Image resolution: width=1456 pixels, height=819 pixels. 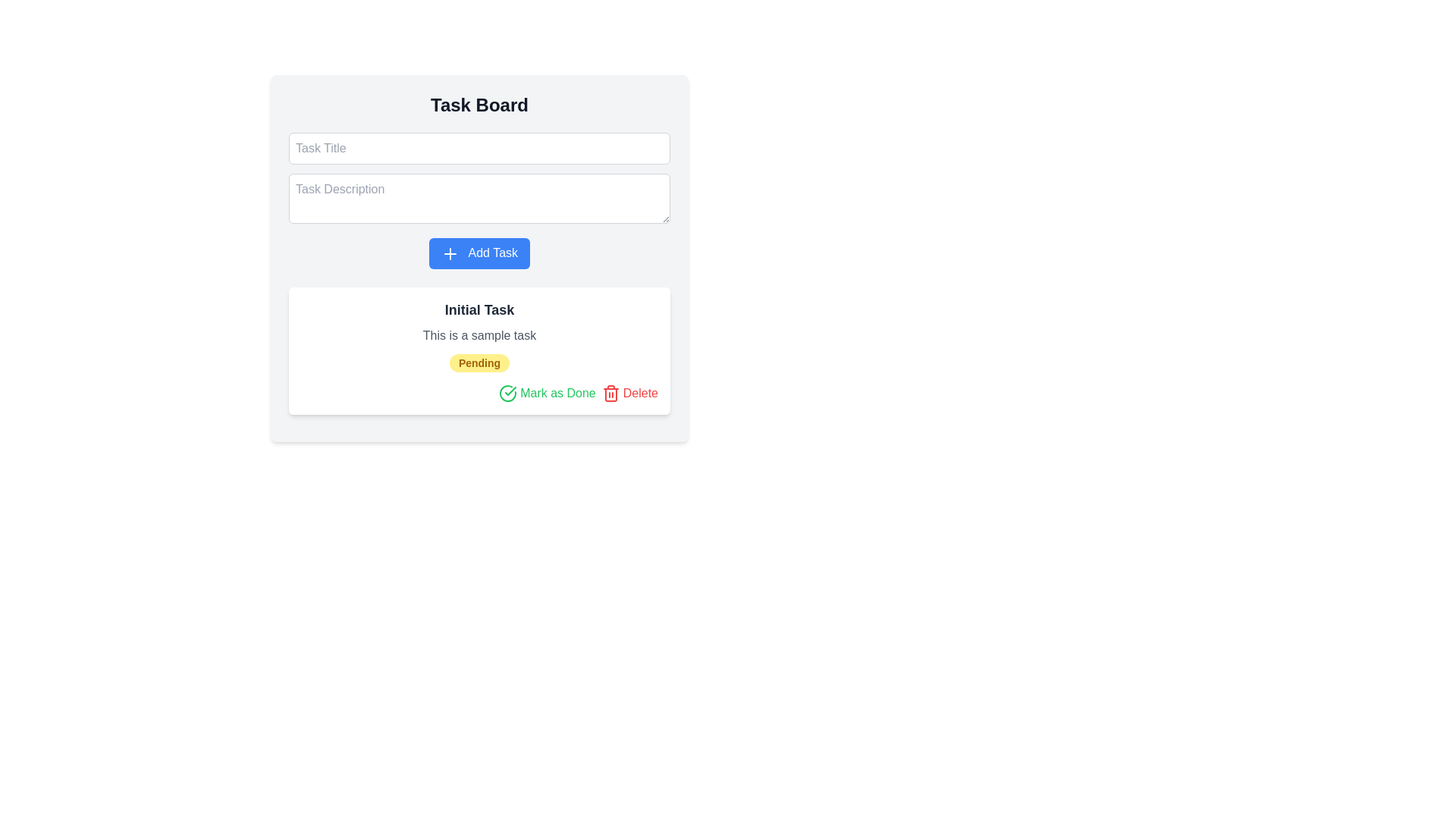 What do you see at coordinates (629, 392) in the screenshot?
I see `the 'Delete' button, which is styled with red text and a trash bin icon, located to the far right in the row of interactive controls for the task beneath the 'Pending' status badge` at bounding box center [629, 392].